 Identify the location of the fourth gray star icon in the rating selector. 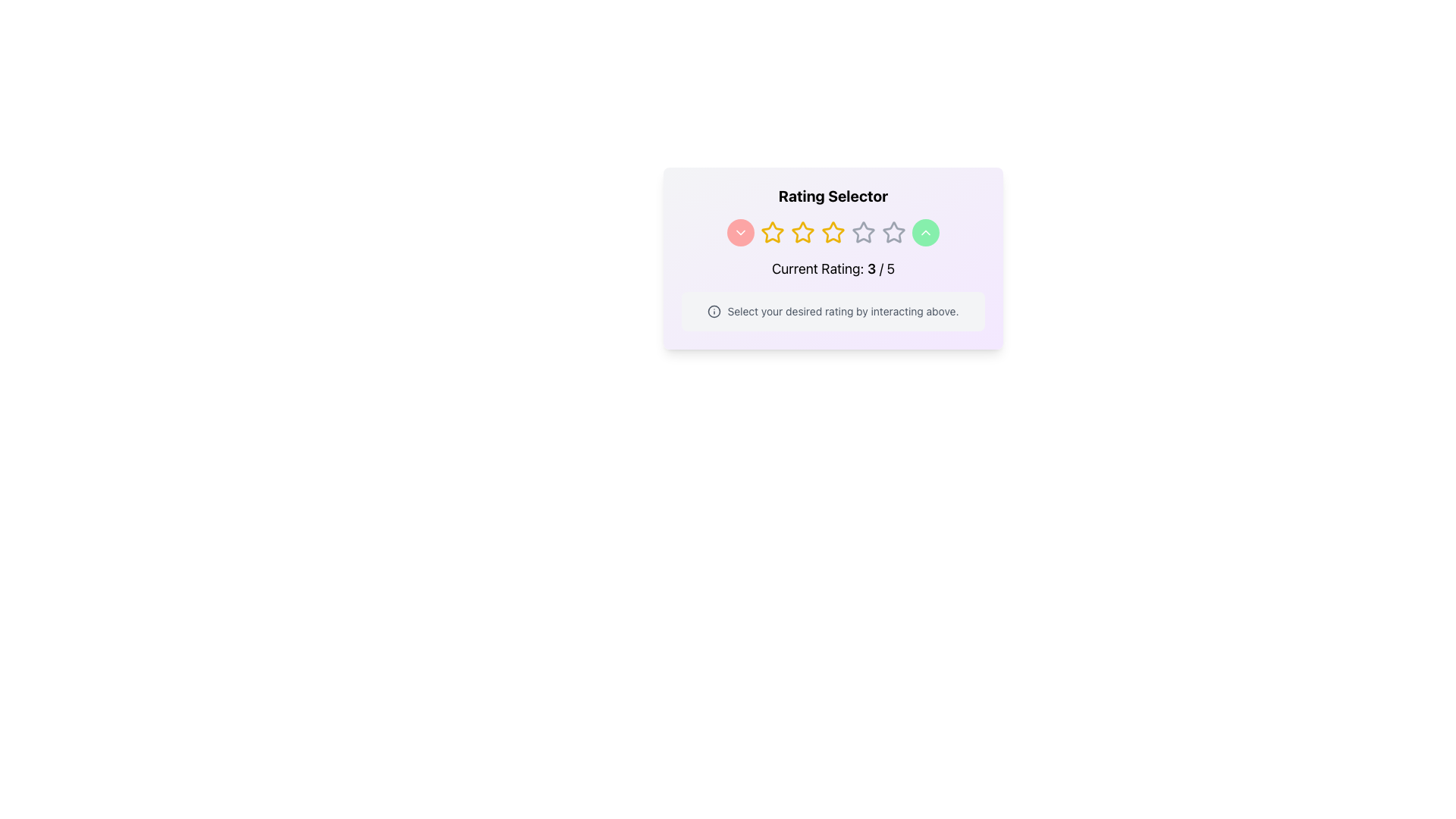
(893, 231).